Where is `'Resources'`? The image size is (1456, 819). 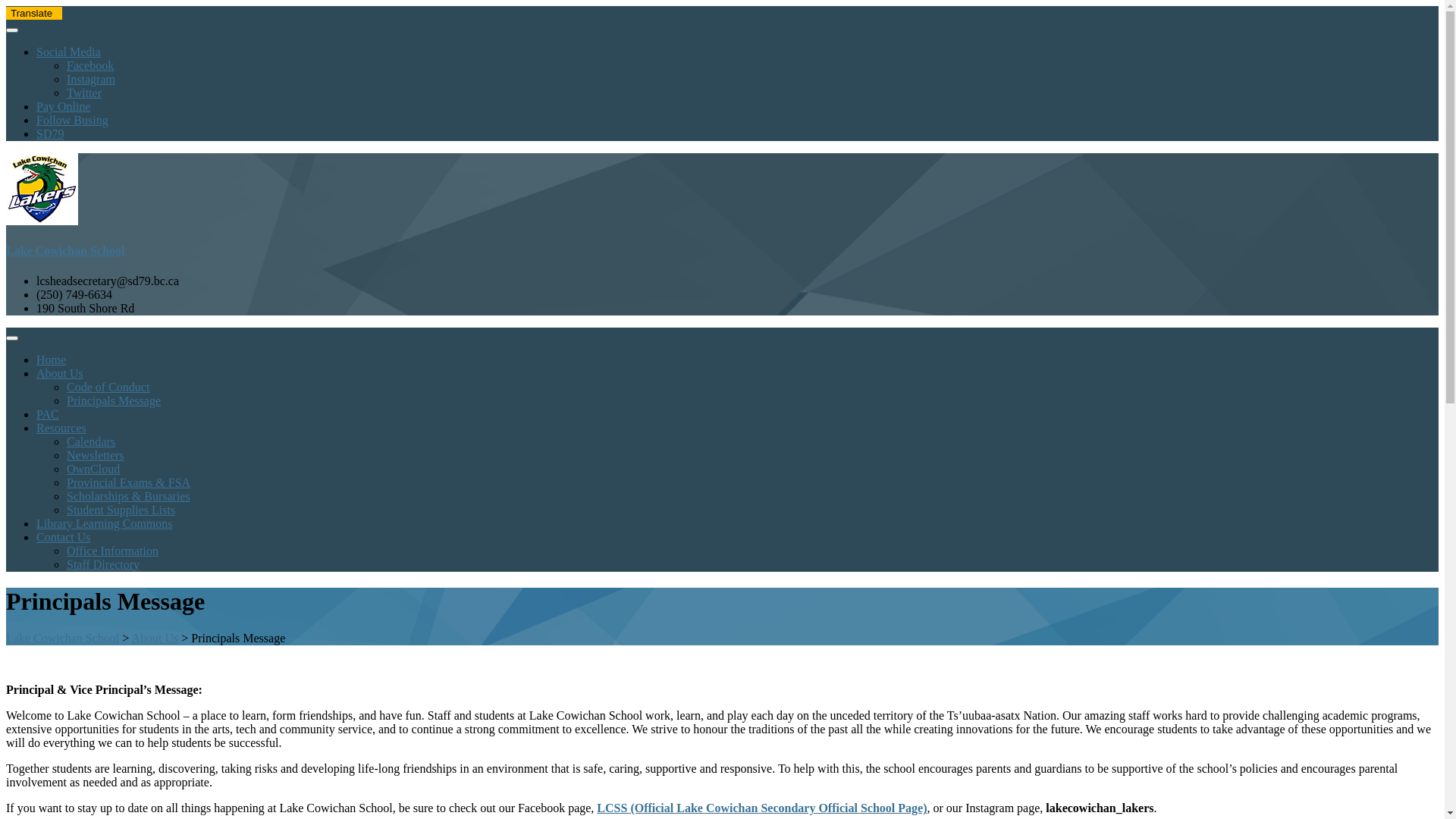 'Resources' is located at coordinates (61, 428).